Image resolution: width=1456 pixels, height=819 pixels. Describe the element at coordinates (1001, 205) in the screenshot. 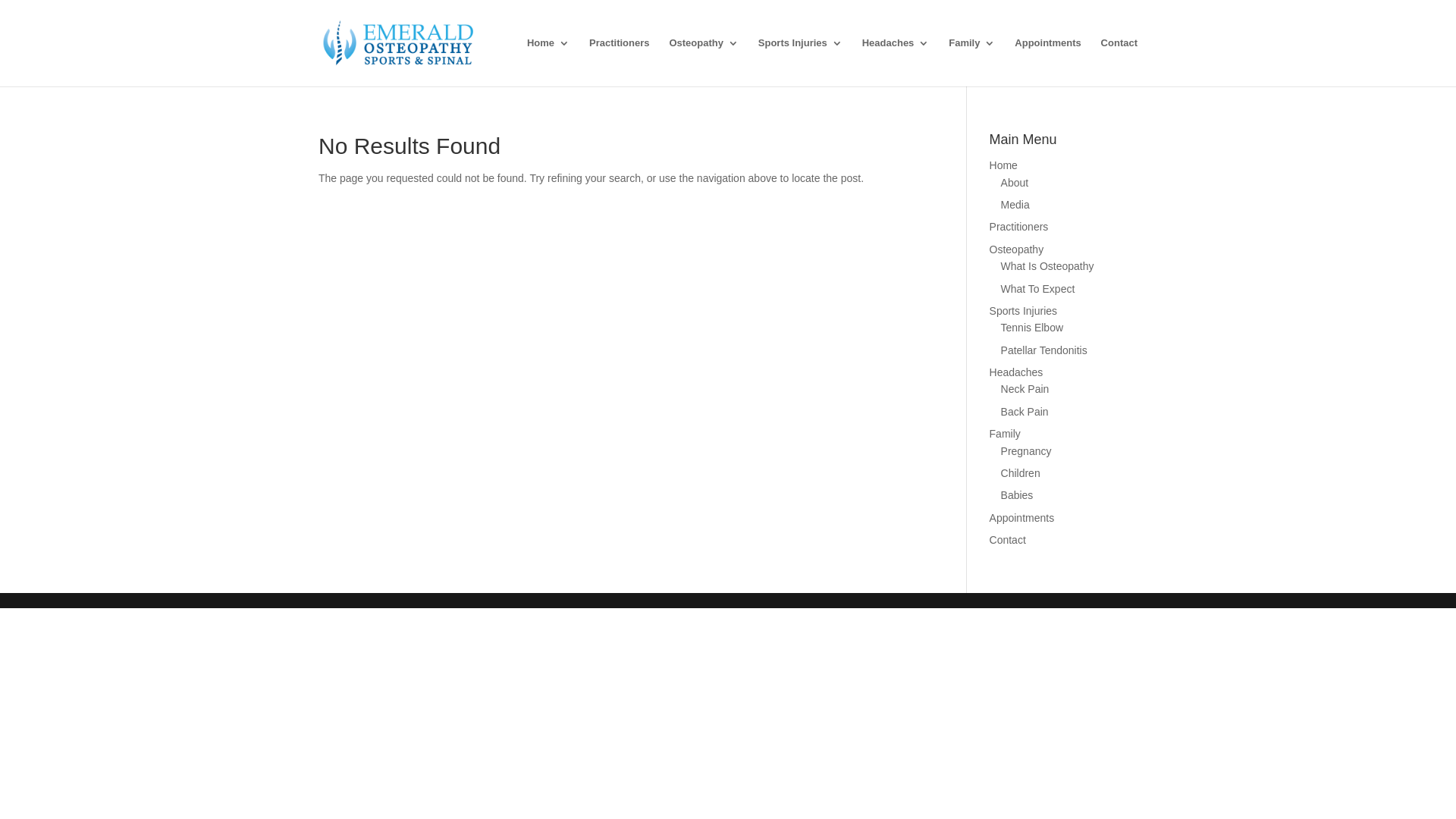

I see `'Media'` at that location.